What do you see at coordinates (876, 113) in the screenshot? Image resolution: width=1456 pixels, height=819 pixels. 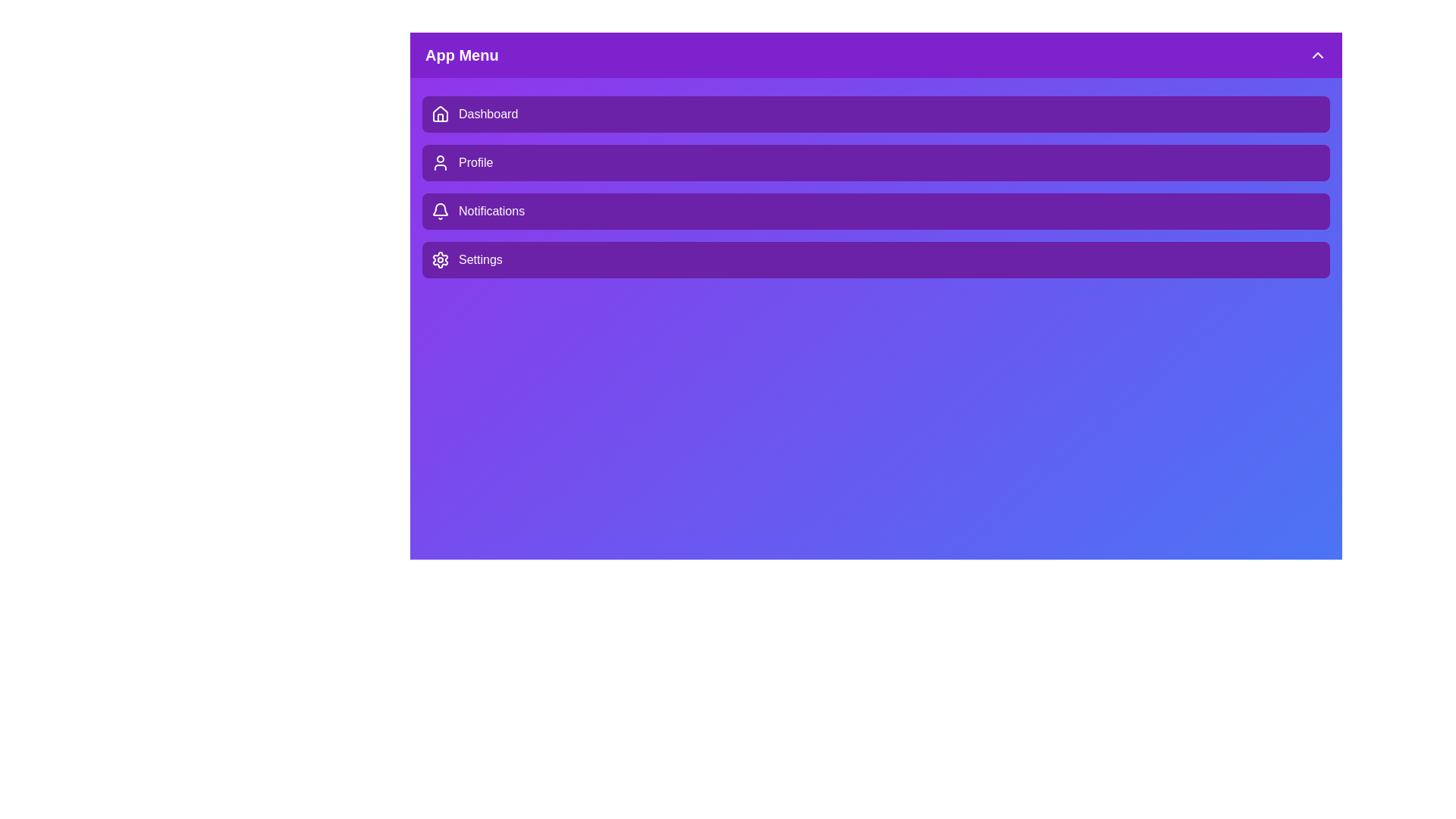 I see `the menu item Dashboard by clicking on it` at bounding box center [876, 113].